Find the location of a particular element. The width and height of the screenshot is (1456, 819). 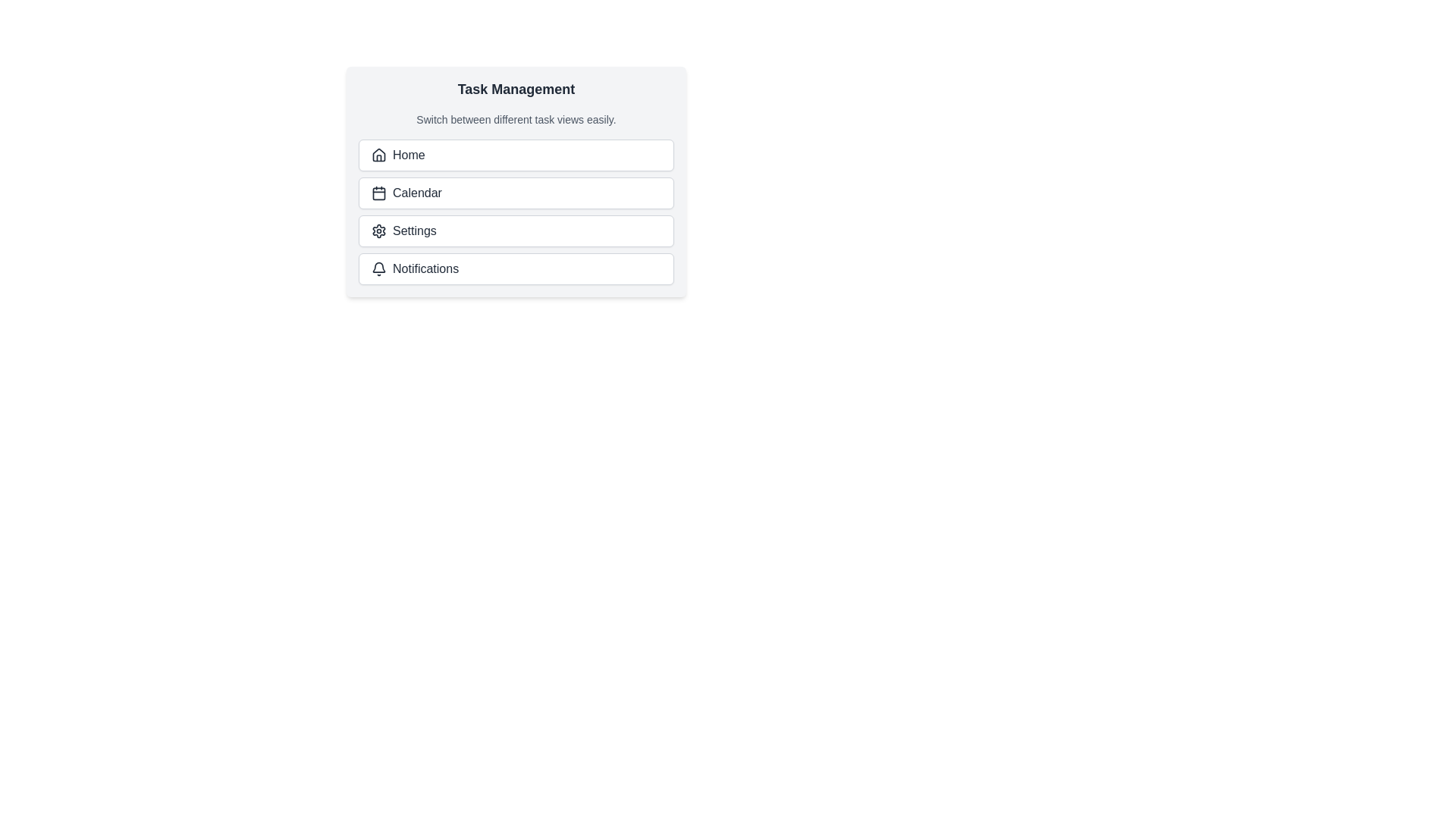

the 'Notifications' text label is located at coordinates (425, 268).